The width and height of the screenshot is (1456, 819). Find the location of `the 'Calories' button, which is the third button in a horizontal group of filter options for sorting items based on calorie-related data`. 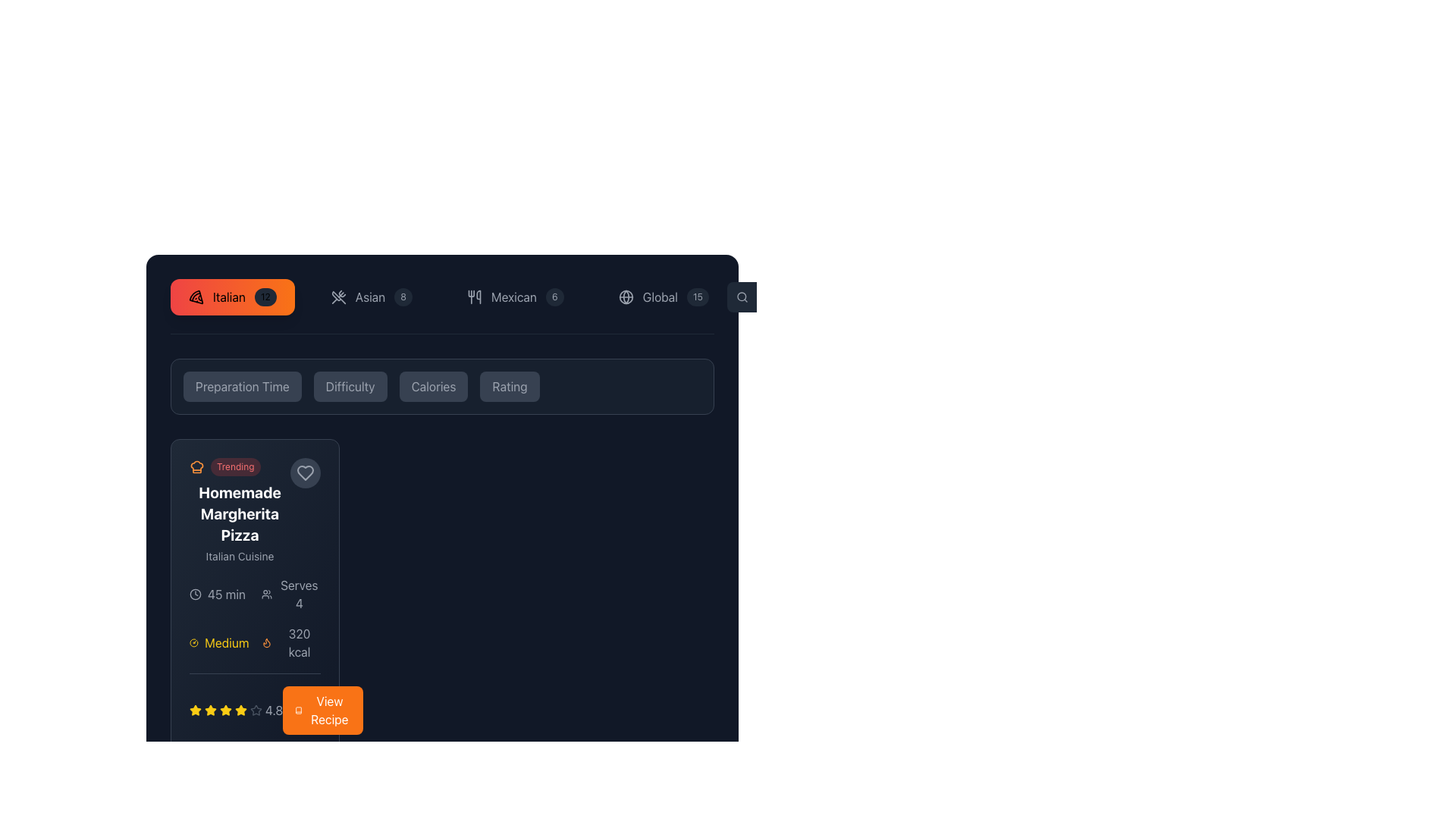

the 'Calories' button, which is the third button in a horizontal group of filter options for sorting items based on calorie-related data is located at coordinates (432, 385).